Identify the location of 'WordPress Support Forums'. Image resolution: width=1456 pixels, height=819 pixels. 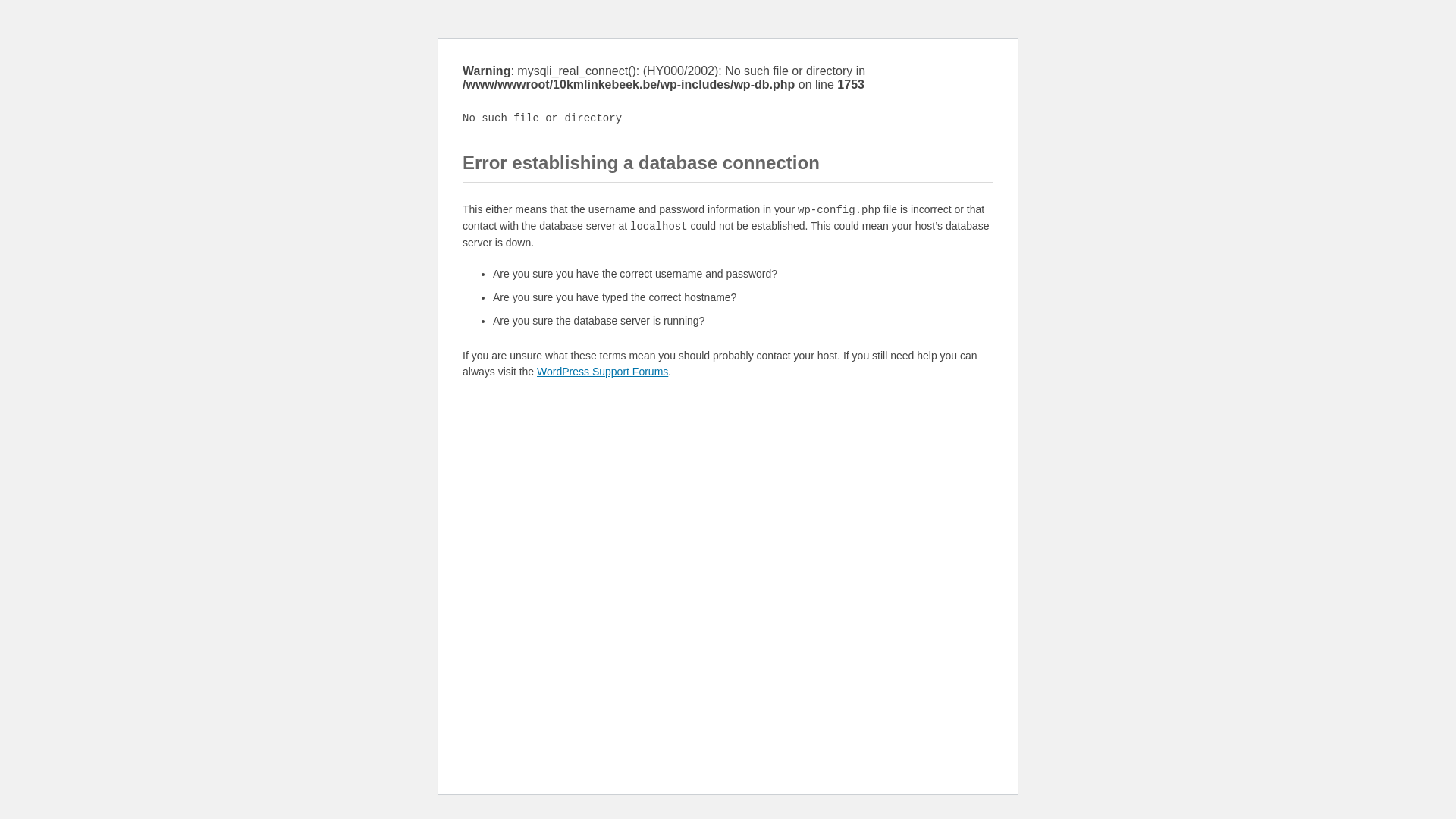
(537, 371).